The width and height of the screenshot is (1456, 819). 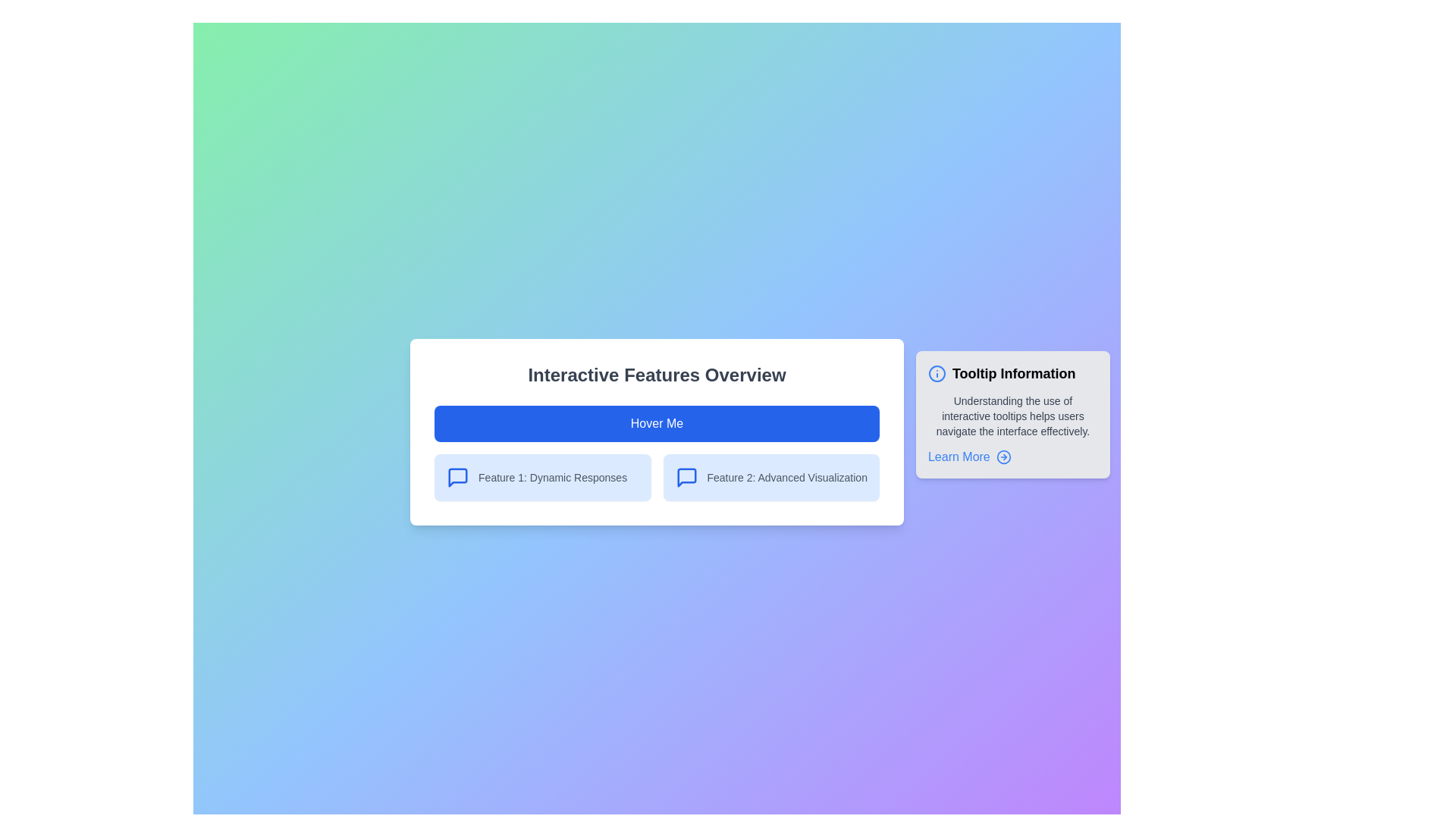 I want to click on the informational item labeled 'Feature 1: Dynamic Responses', located in the first column of the two-column grid layout beneath the header 'Interactive Features Overview', so click(x=542, y=476).